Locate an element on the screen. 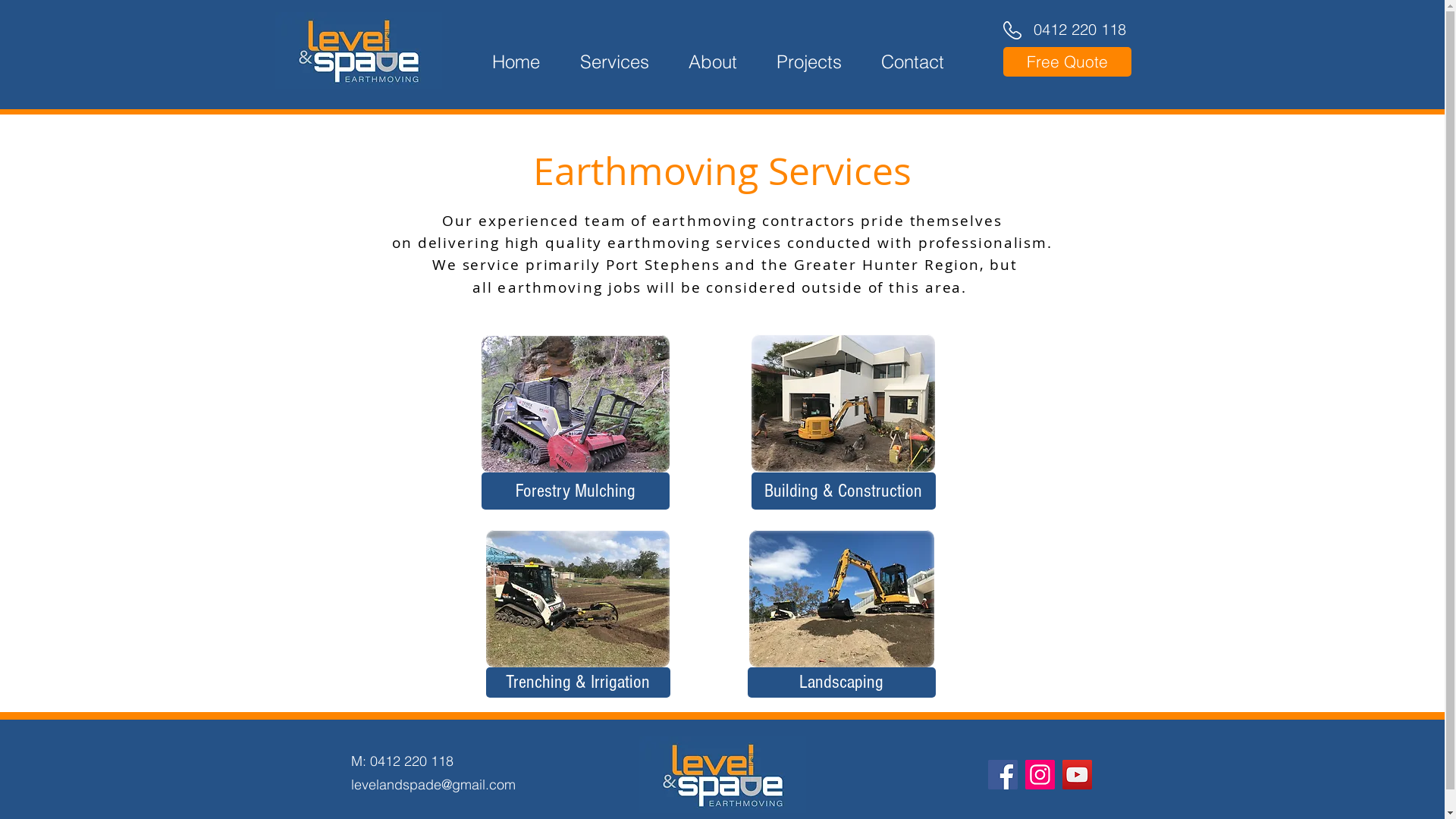  'Home' is located at coordinates (516, 61).